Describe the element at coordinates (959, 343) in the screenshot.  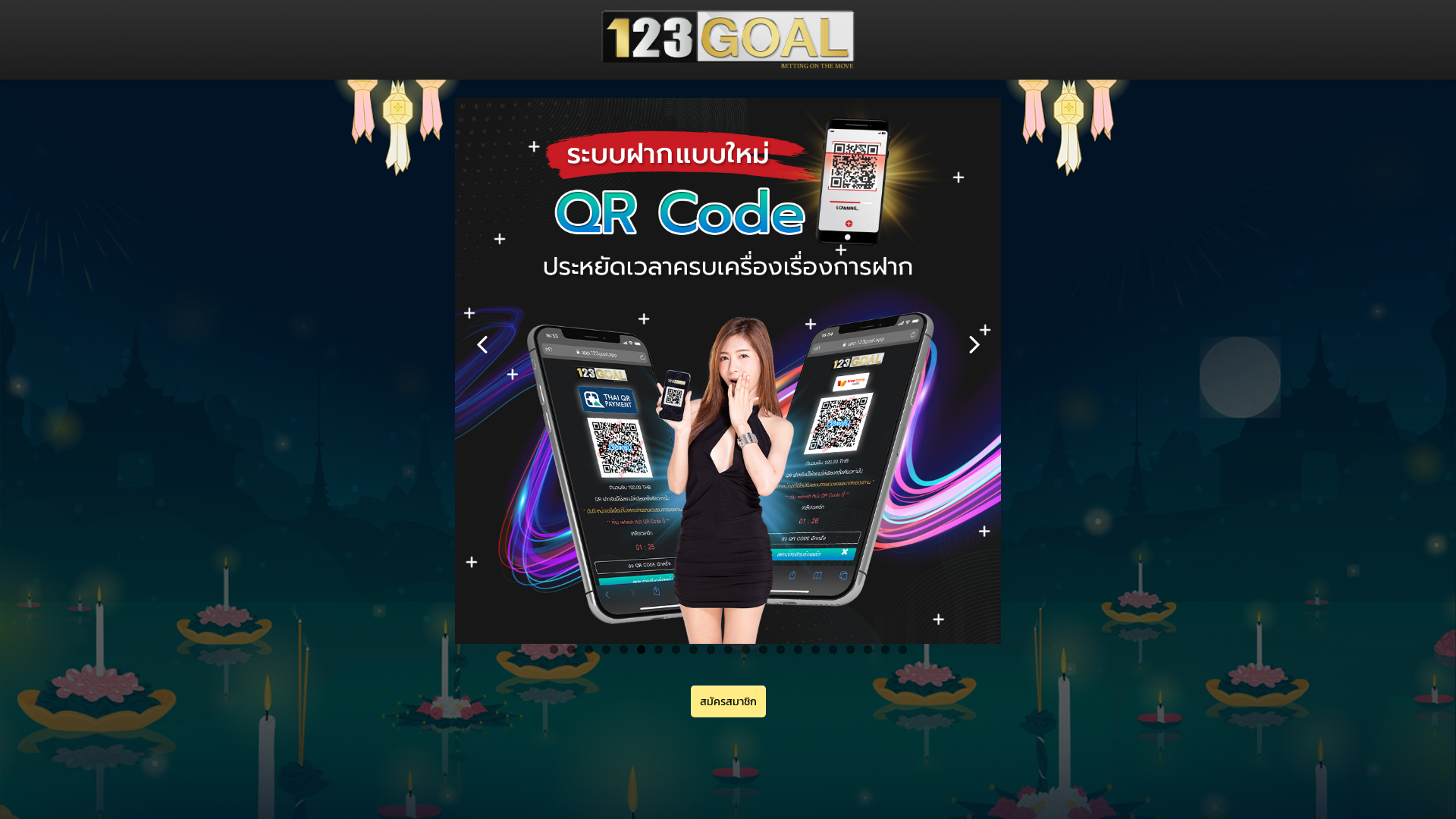
I see `'Next'` at that location.